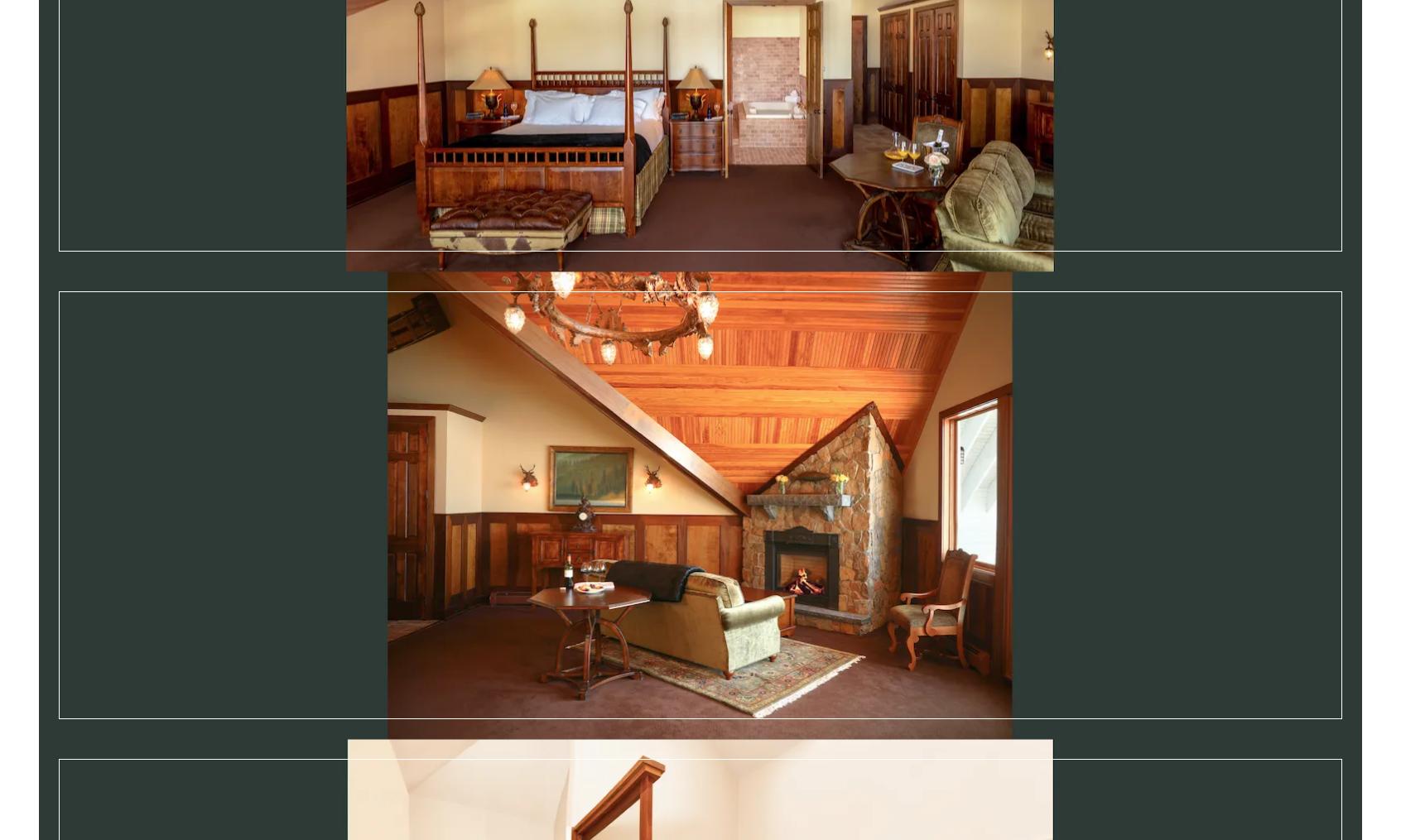 This screenshot has height=840, width=1401. I want to click on 'Lake Placid', so click(286, 770).